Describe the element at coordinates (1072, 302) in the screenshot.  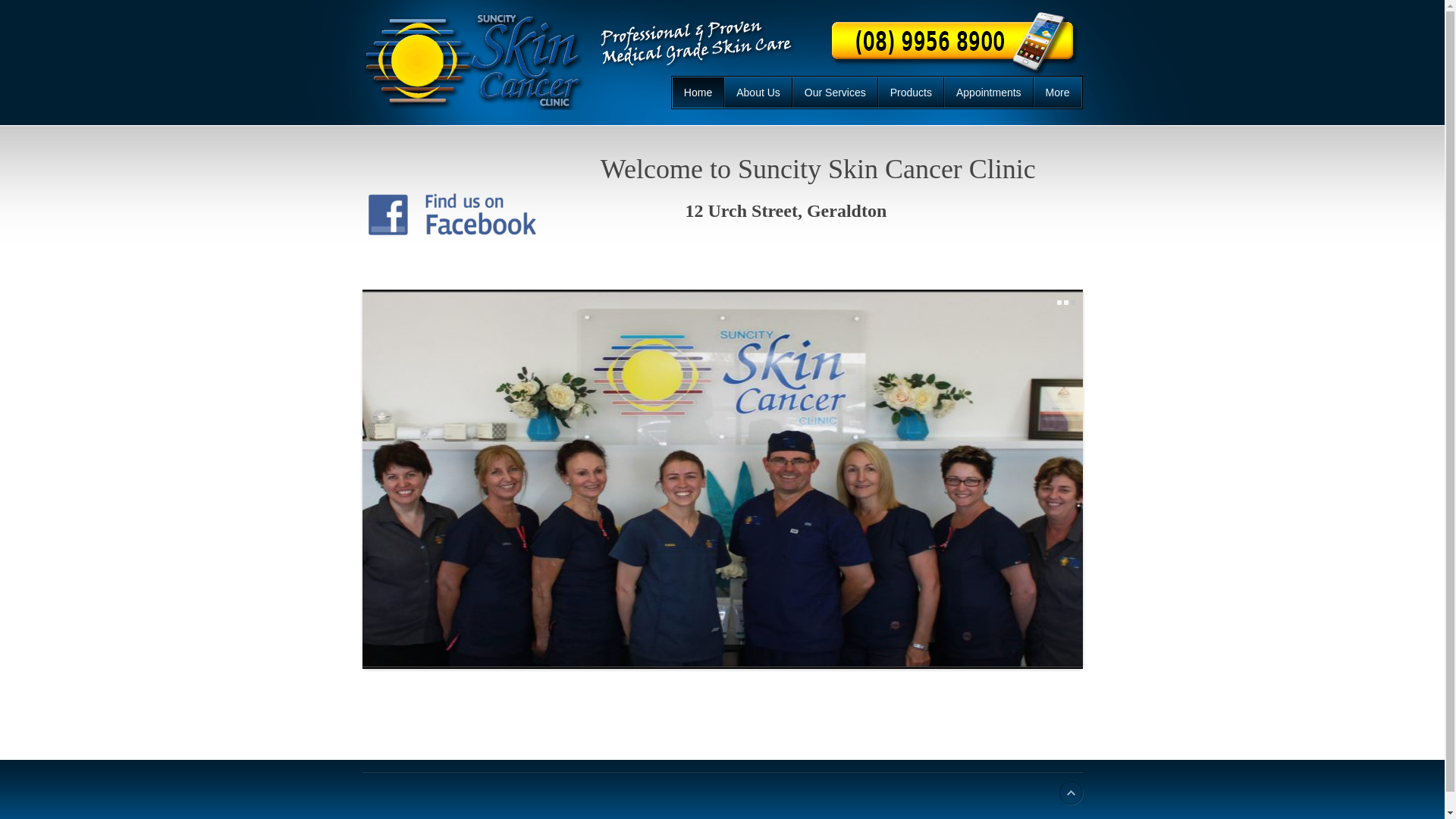
I see `'3'` at that location.